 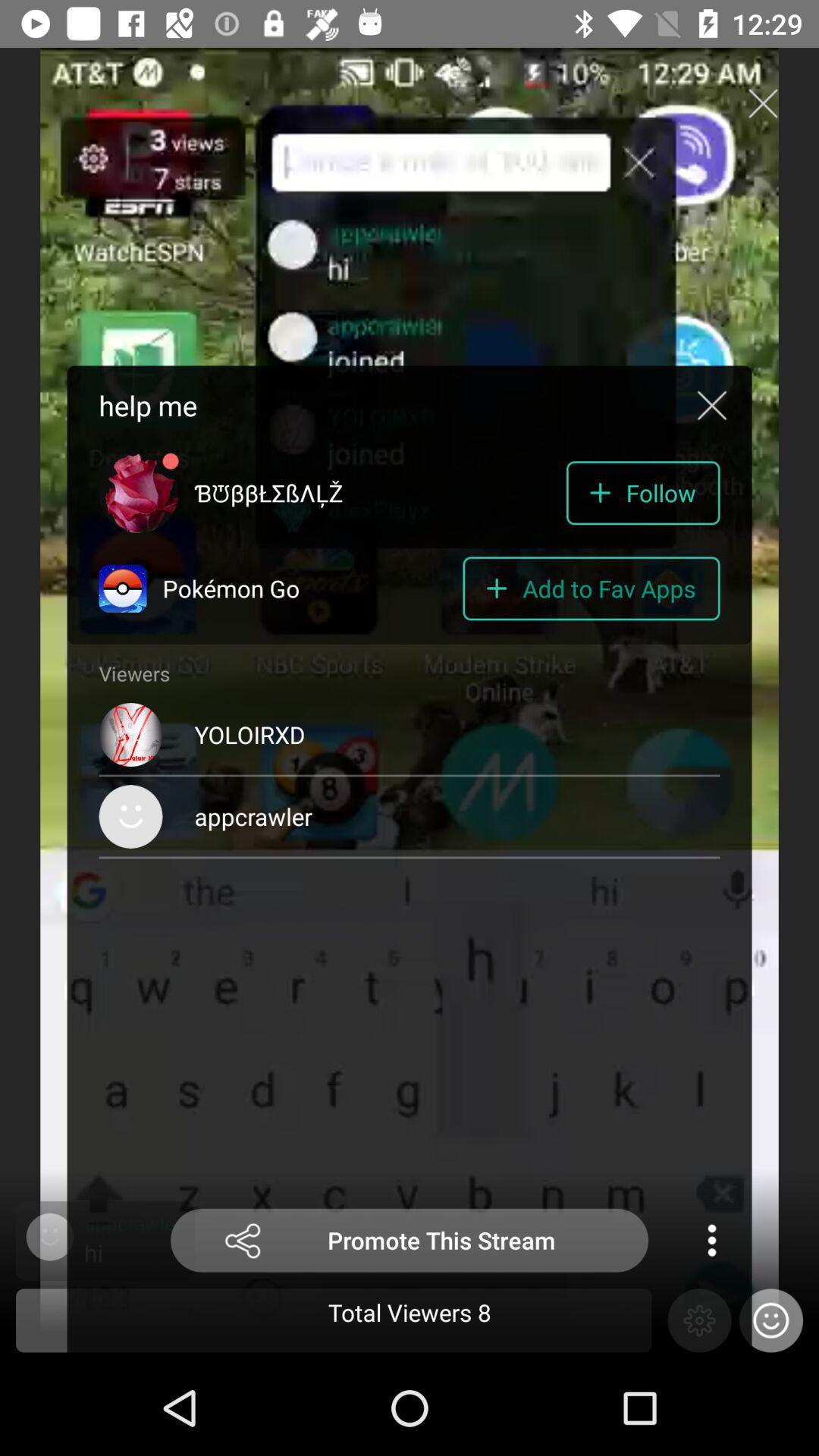 I want to click on the close icon, so click(x=711, y=405).